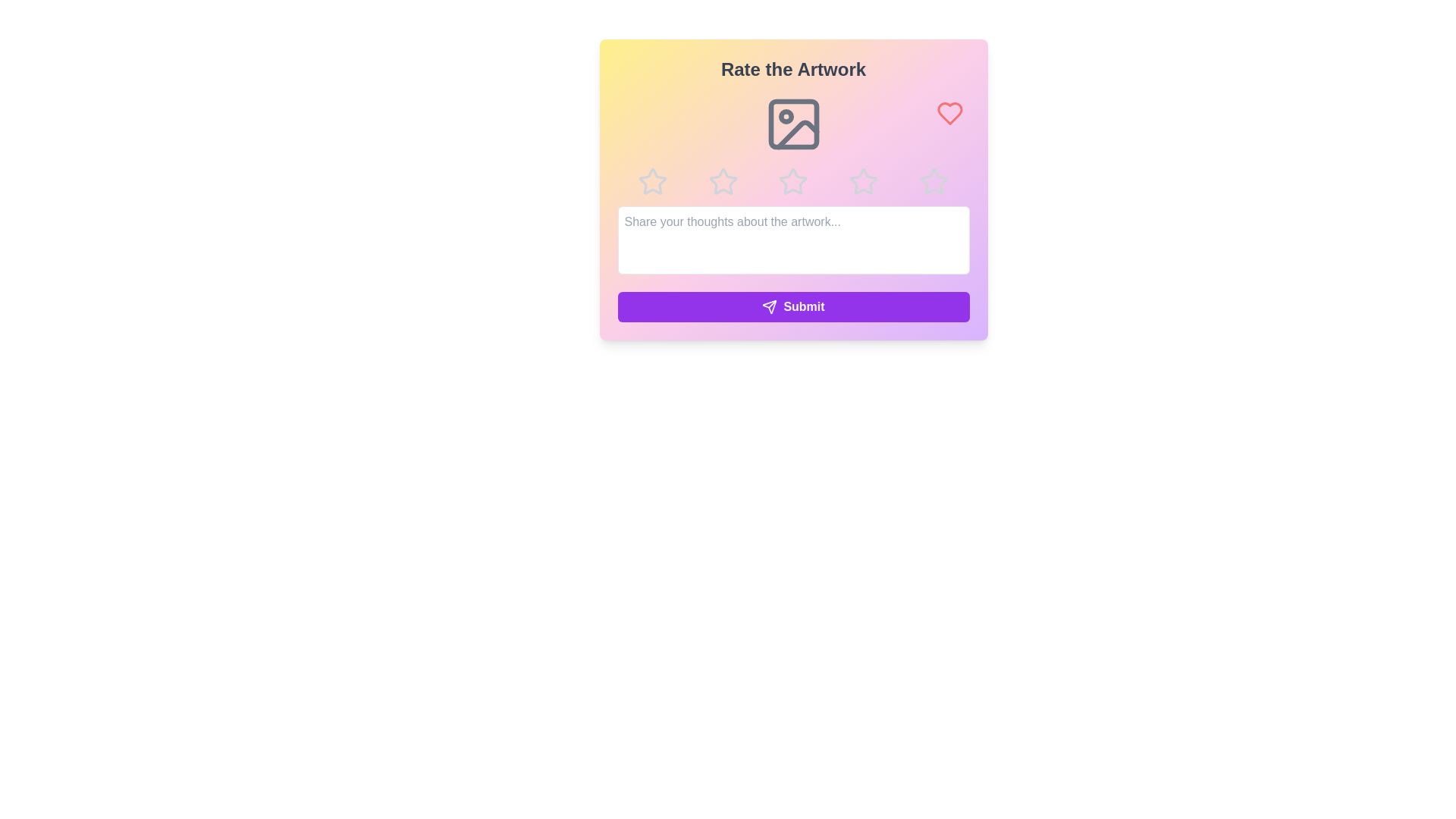 The height and width of the screenshot is (819, 1456). What do you see at coordinates (792, 124) in the screenshot?
I see `the artwork placeholder image to view it` at bounding box center [792, 124].